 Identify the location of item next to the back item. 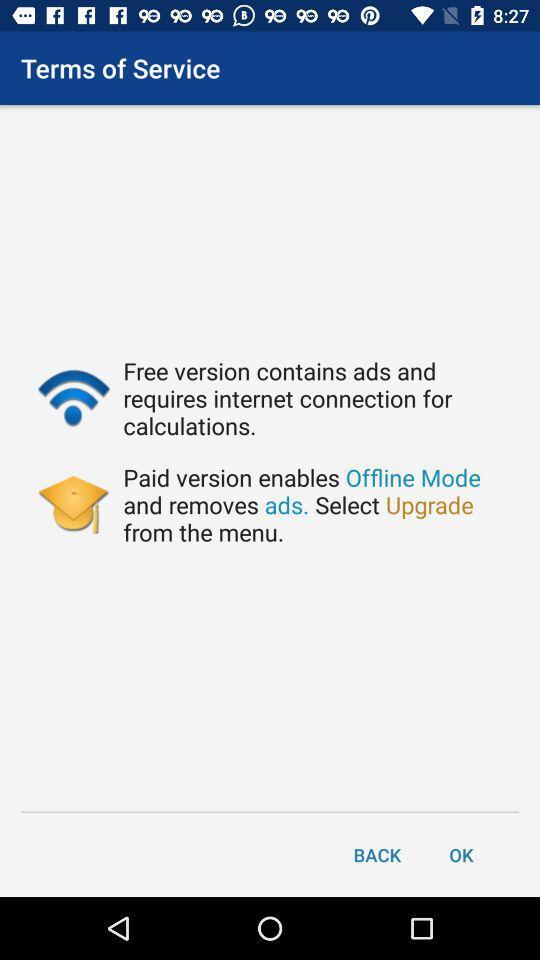
(461, 853).